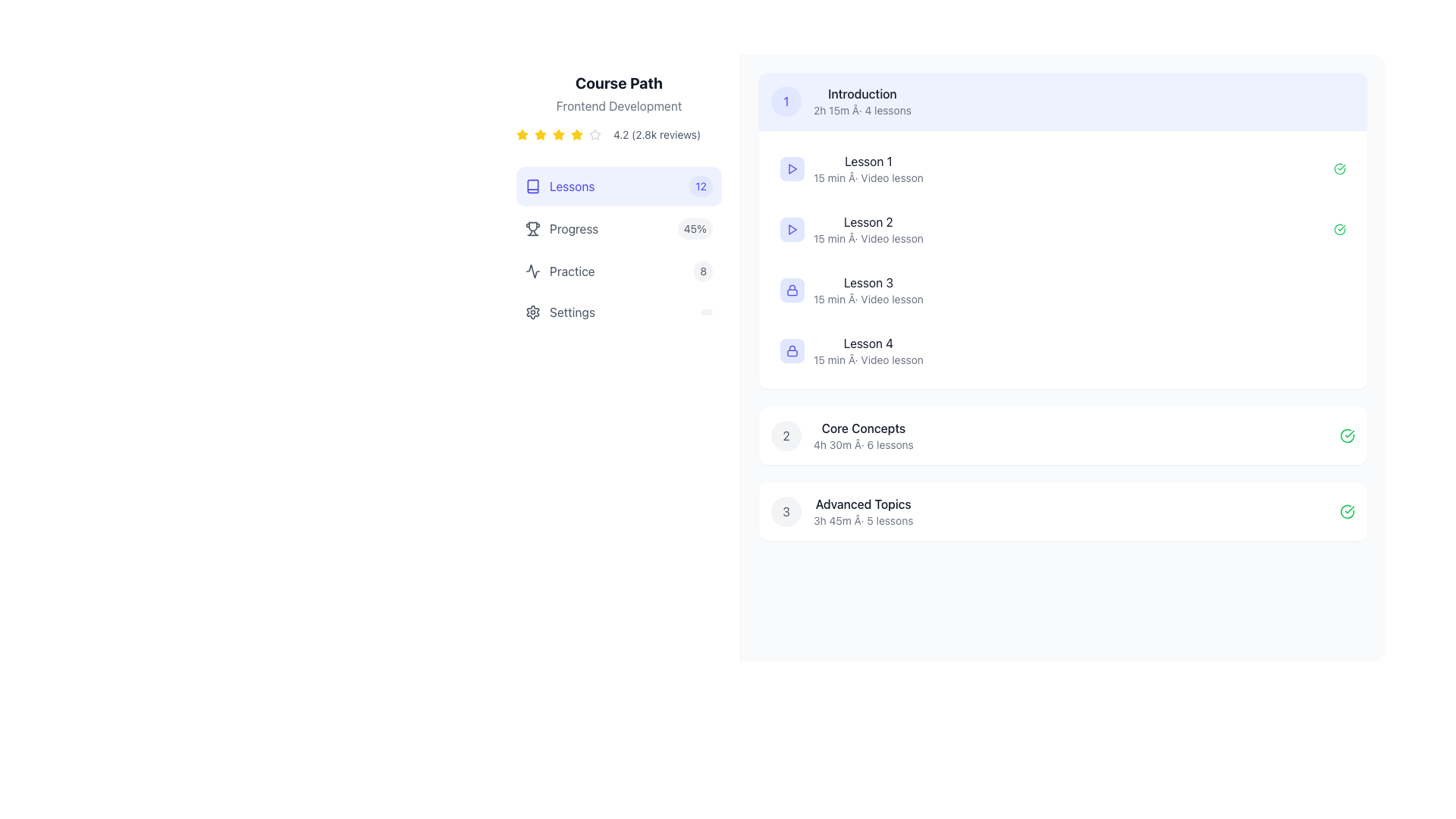 This screenshot has height=819, width=1456. What do you see at coordinates (561, 228) in the screenshot?
I see `the List menu item in the second row of the left-hand side navigation menu` at bounding box center [561, 228].